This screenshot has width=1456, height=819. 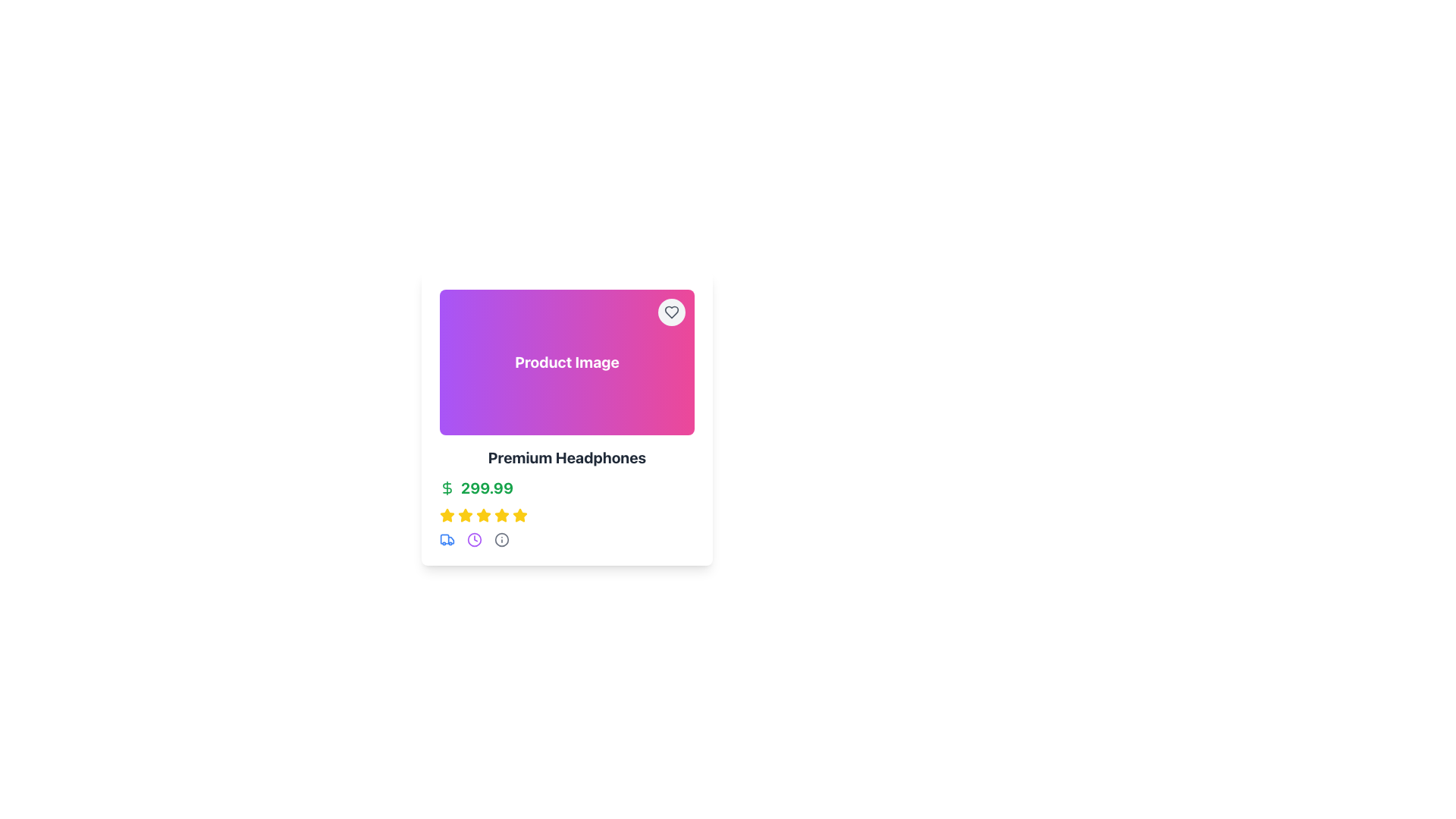 What do you see at coordinates (465, 514) in the screenshot?
I see `the third star icon in the rating component, which is styled with a yellow fill` at bounding box center [465, 514].